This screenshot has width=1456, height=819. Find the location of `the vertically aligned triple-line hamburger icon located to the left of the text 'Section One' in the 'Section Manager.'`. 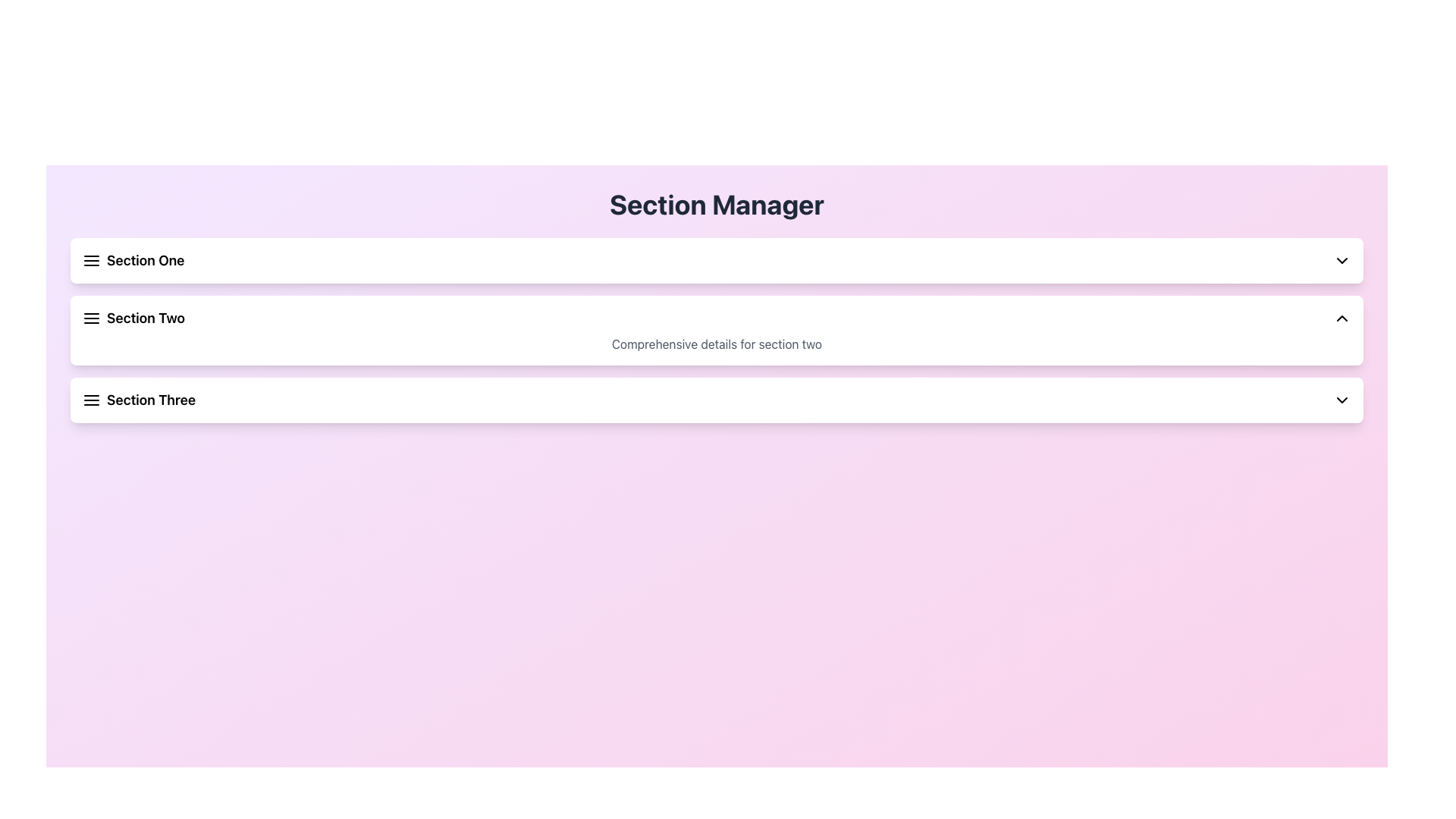

the vertically aligned triple-line hamburger icon located to the left of the text 'Section One' in the 'Section Manager.' is located at coordinates (90, 259).